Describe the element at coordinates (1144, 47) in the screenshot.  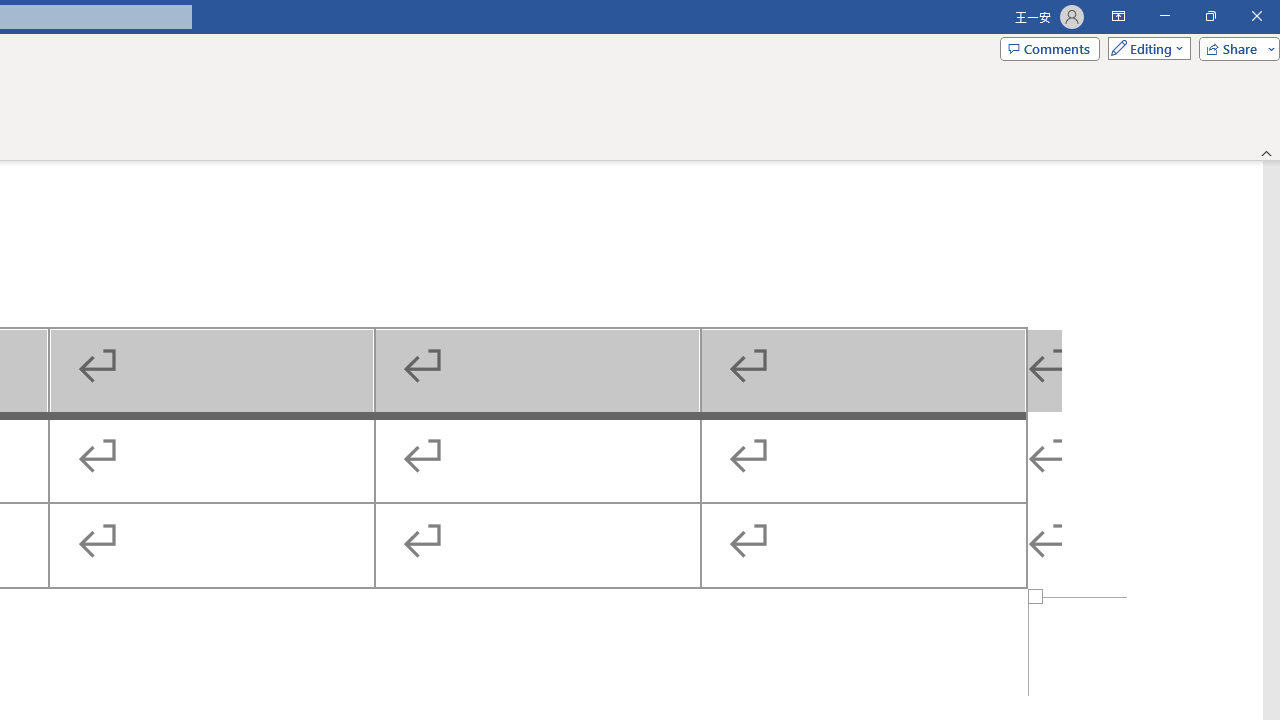
I see `'Editing'` at that location.